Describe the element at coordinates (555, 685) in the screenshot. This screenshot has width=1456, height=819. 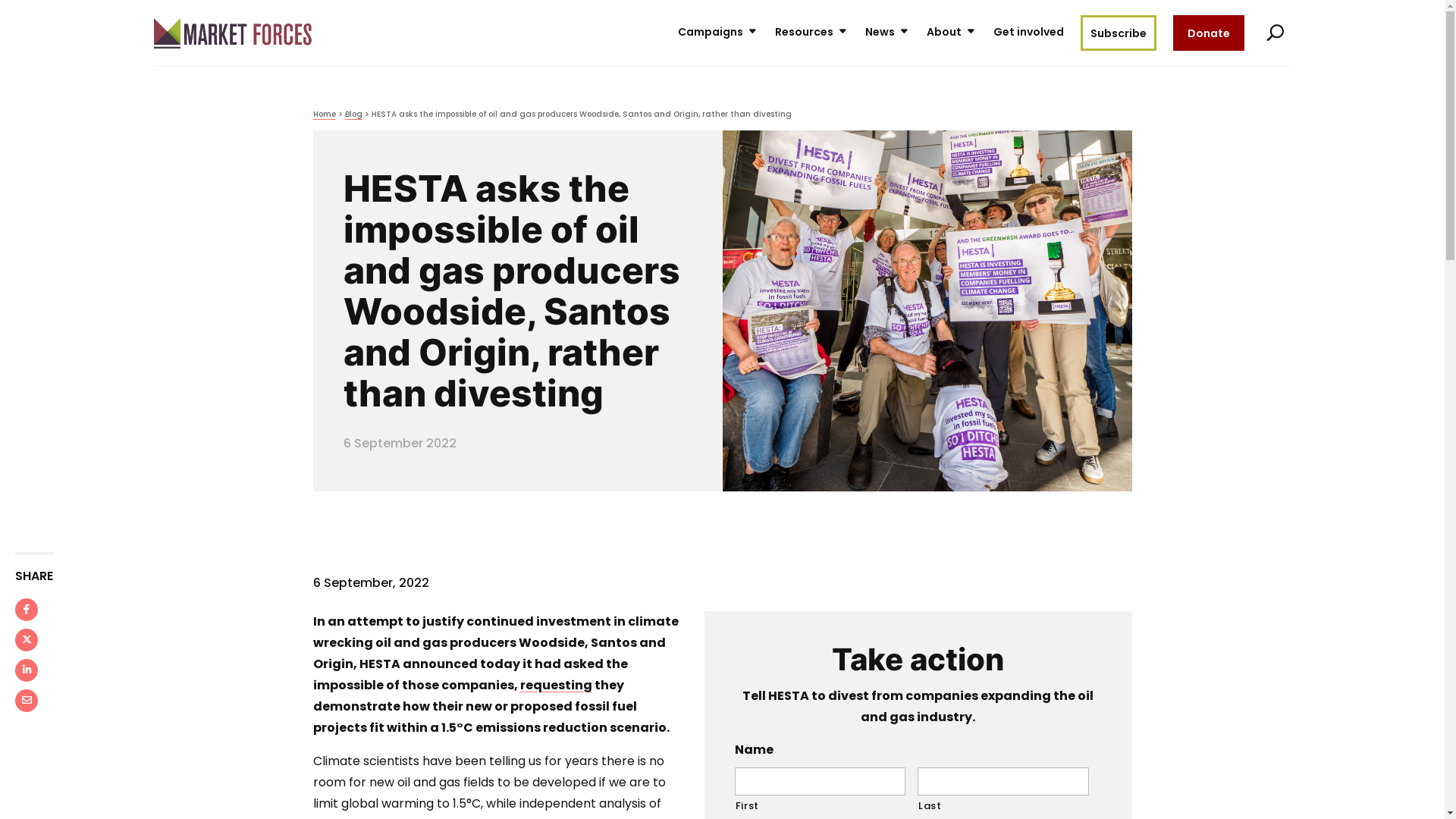
I see `'requesting'` at that location.